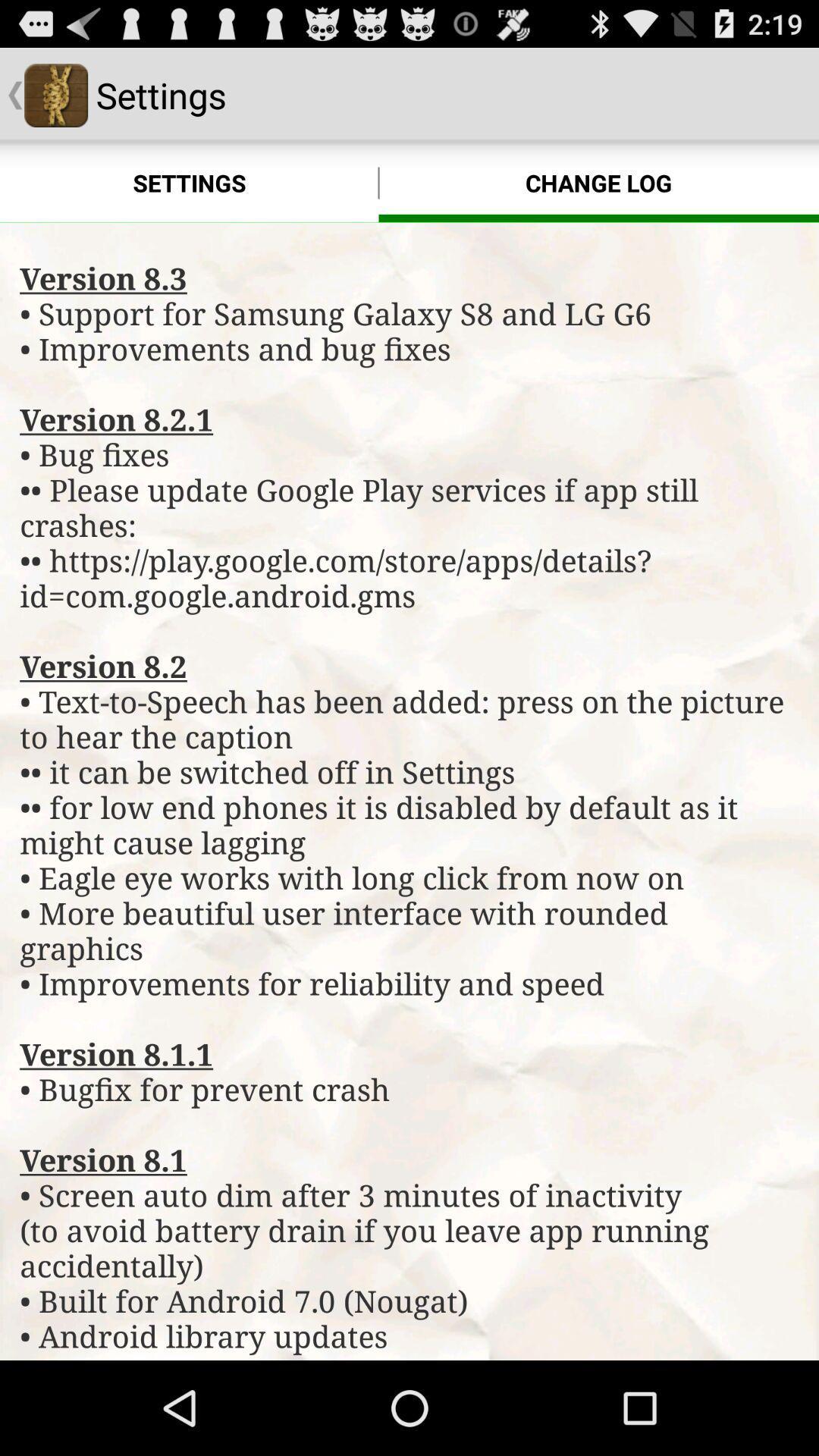  Describe the element at coordinates (598, 182) in the screenshot. I see `the app next to settings item` at that location.